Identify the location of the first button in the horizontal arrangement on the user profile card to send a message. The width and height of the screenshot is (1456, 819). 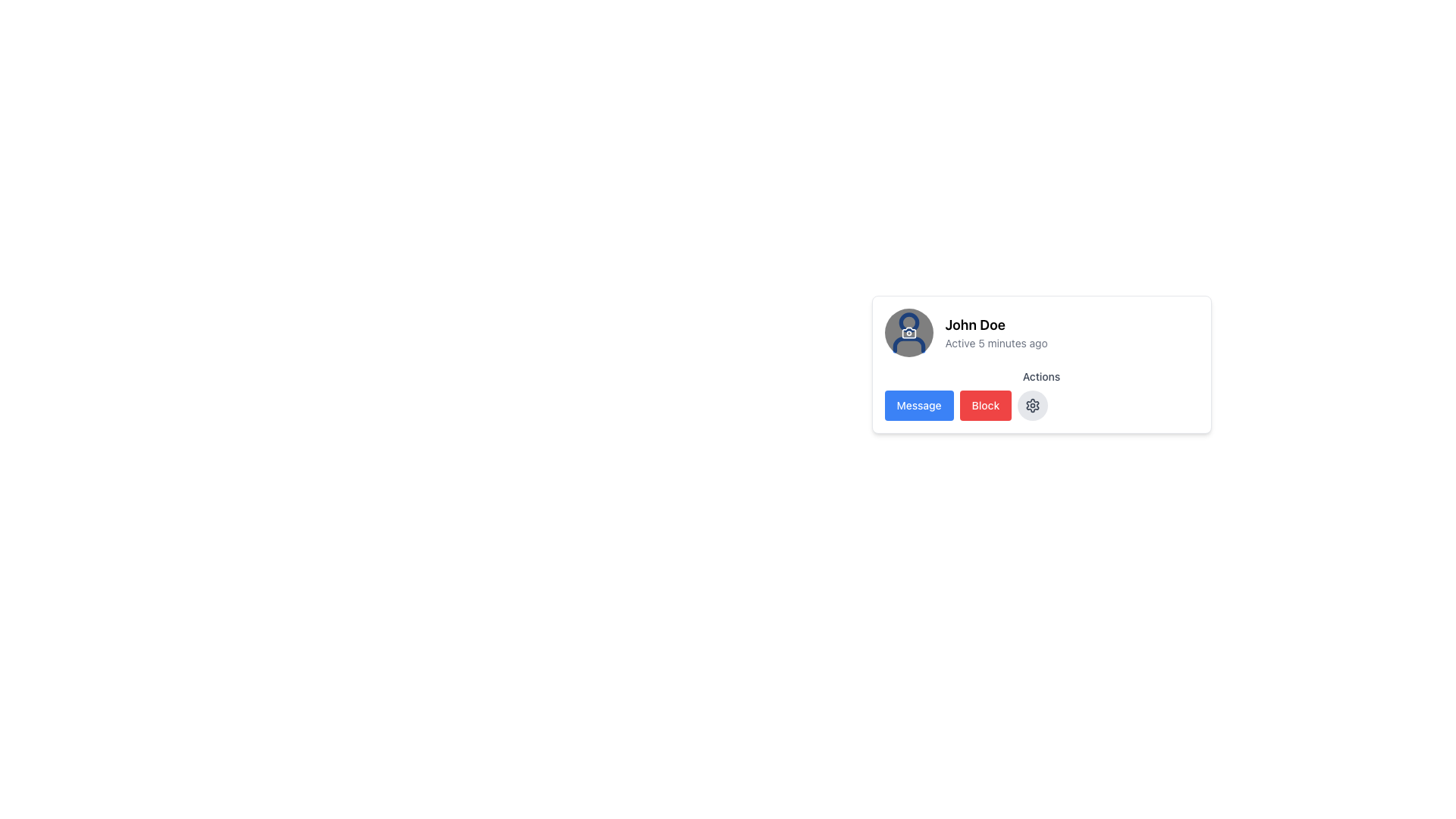
(918, 405).